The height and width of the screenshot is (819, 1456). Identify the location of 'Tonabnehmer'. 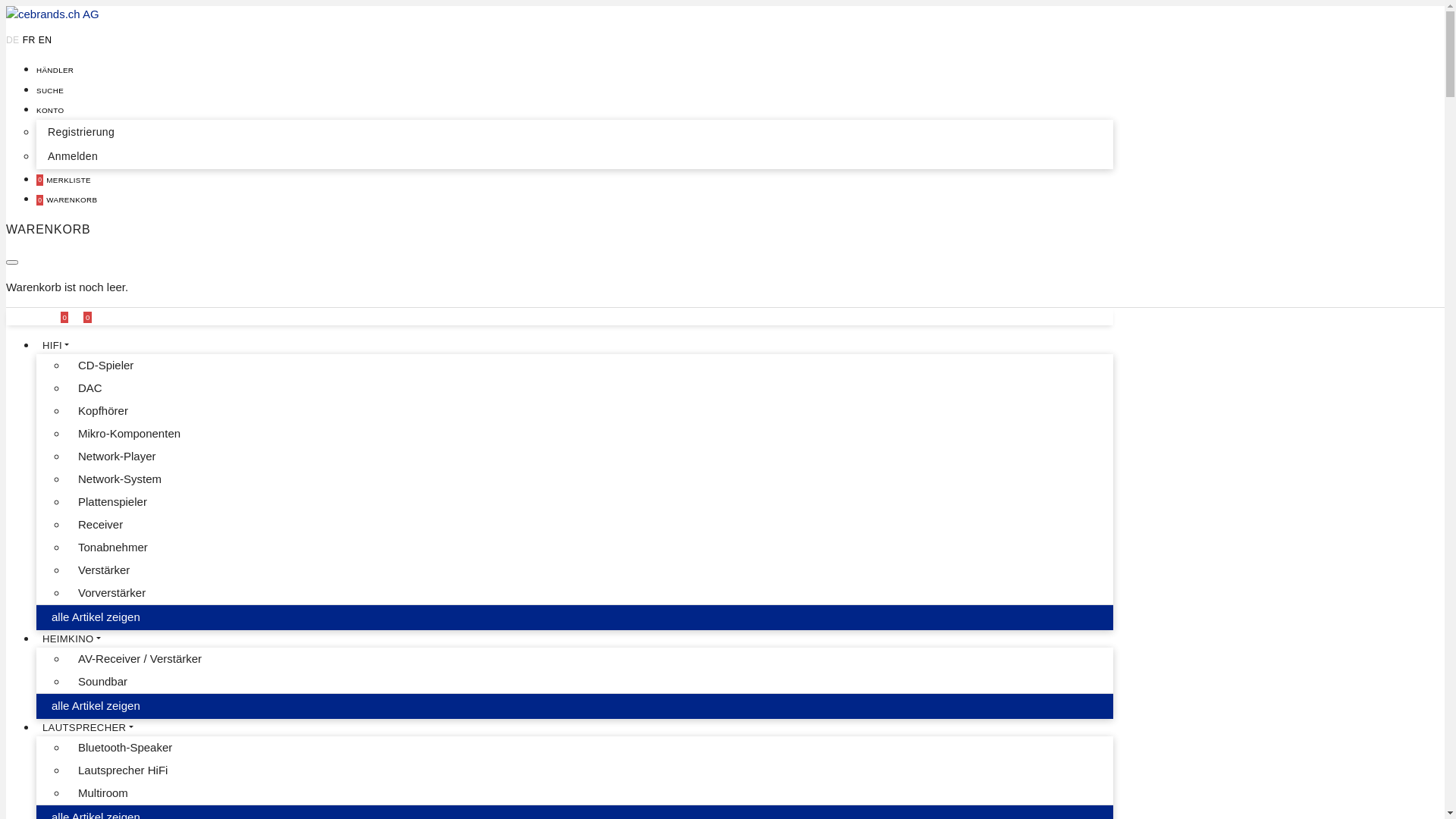
(65, 547).